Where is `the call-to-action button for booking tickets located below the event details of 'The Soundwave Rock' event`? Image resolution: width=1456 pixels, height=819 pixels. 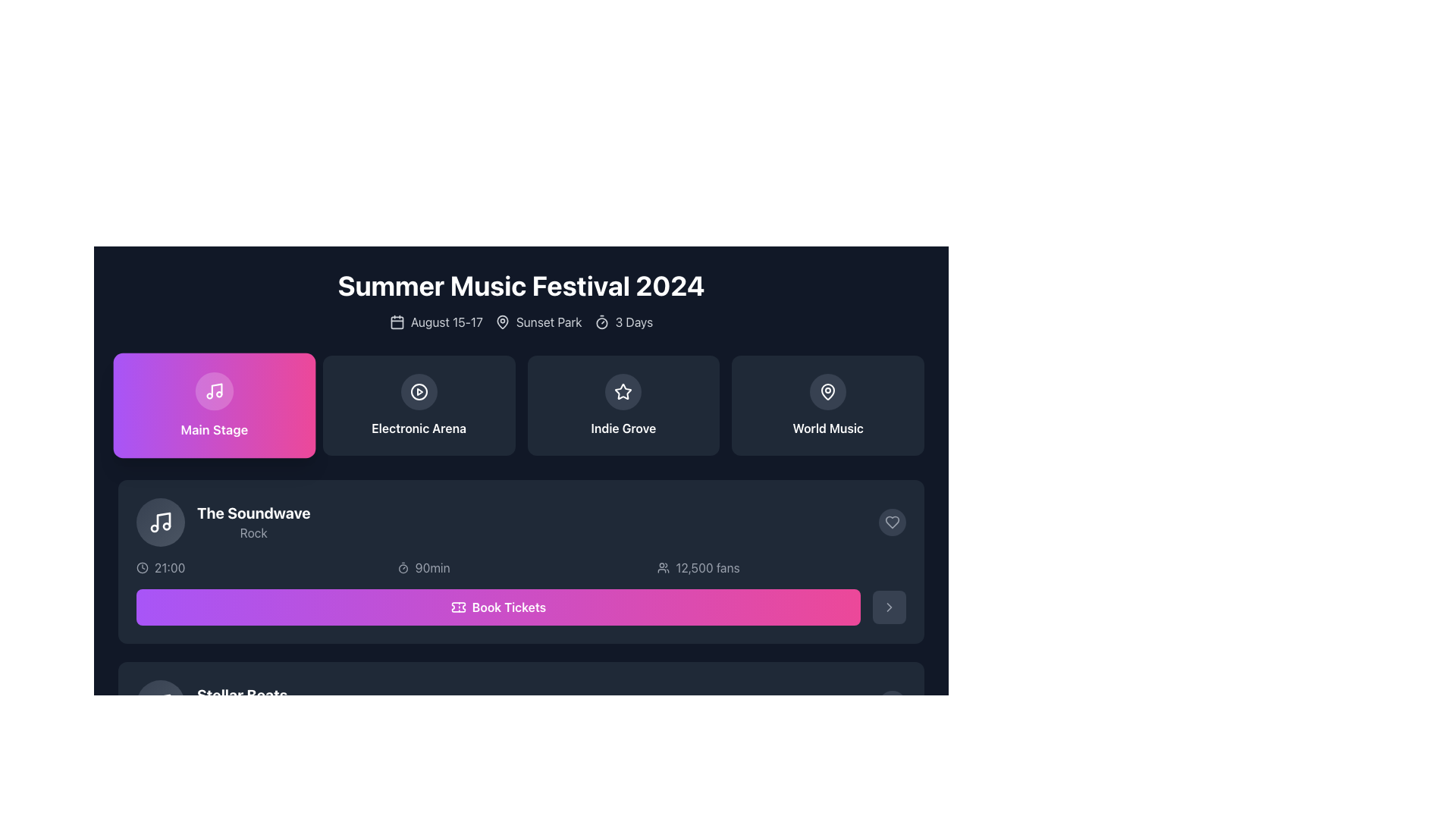
the call-to-action button for booking tickets located below the event details of 'The Soundwave Rock' event is located at coordinates (521, 607).